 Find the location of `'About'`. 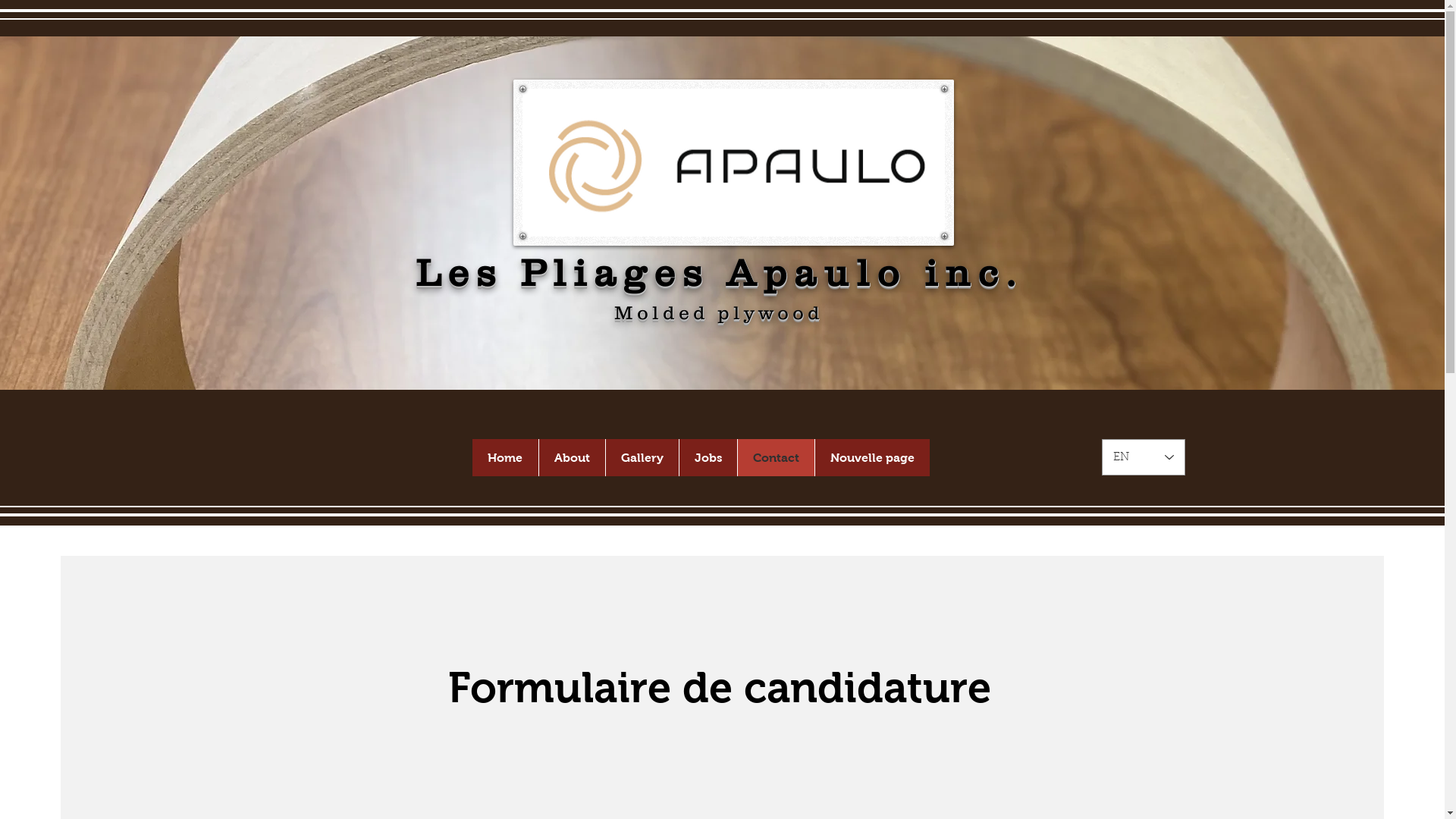

'About' is located at coordinates (538, 457).